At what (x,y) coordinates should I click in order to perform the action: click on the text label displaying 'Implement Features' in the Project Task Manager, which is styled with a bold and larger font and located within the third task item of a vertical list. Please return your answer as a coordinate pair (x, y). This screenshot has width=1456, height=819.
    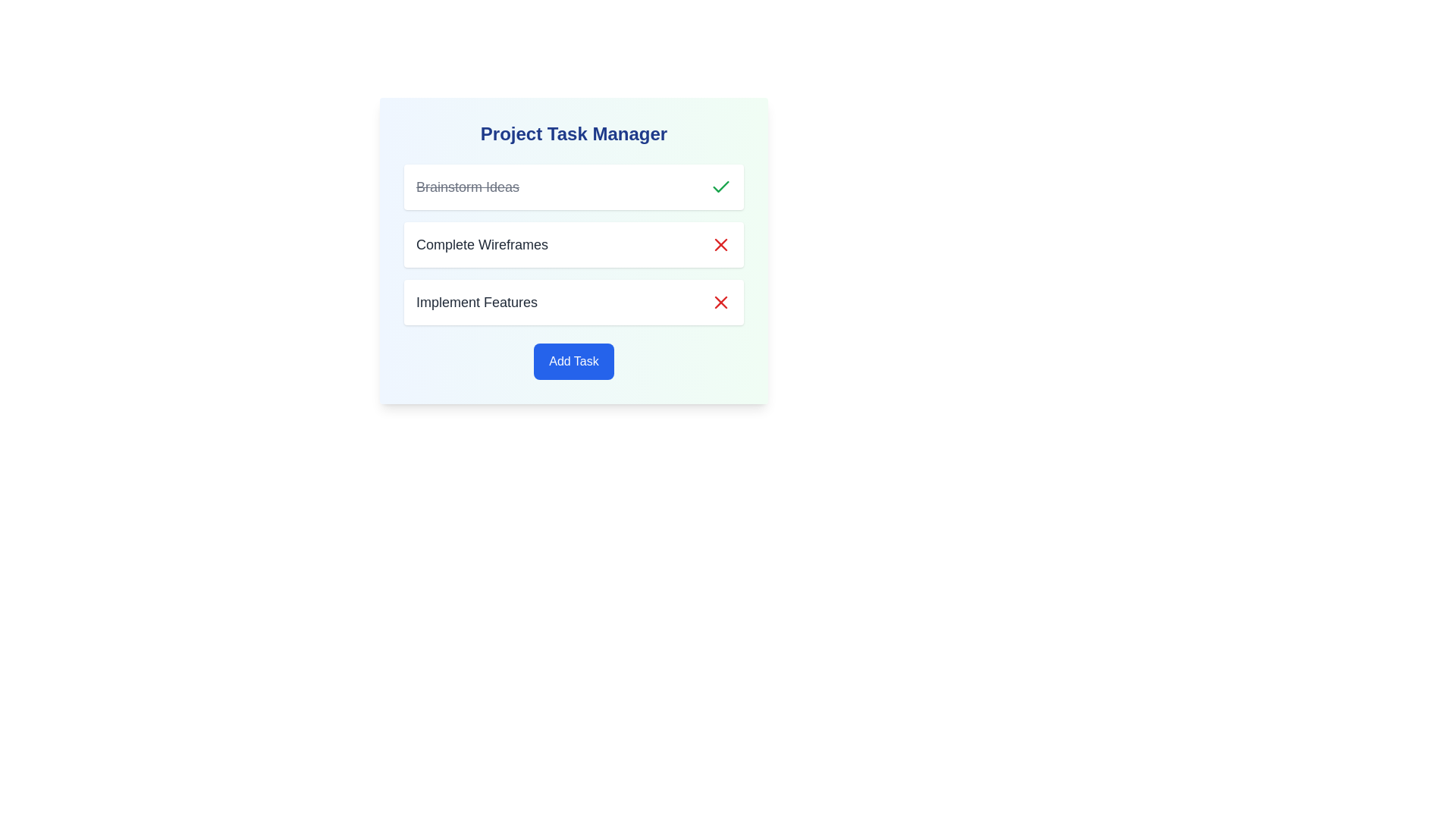
    Looking at the image, I should click on (475, 302).